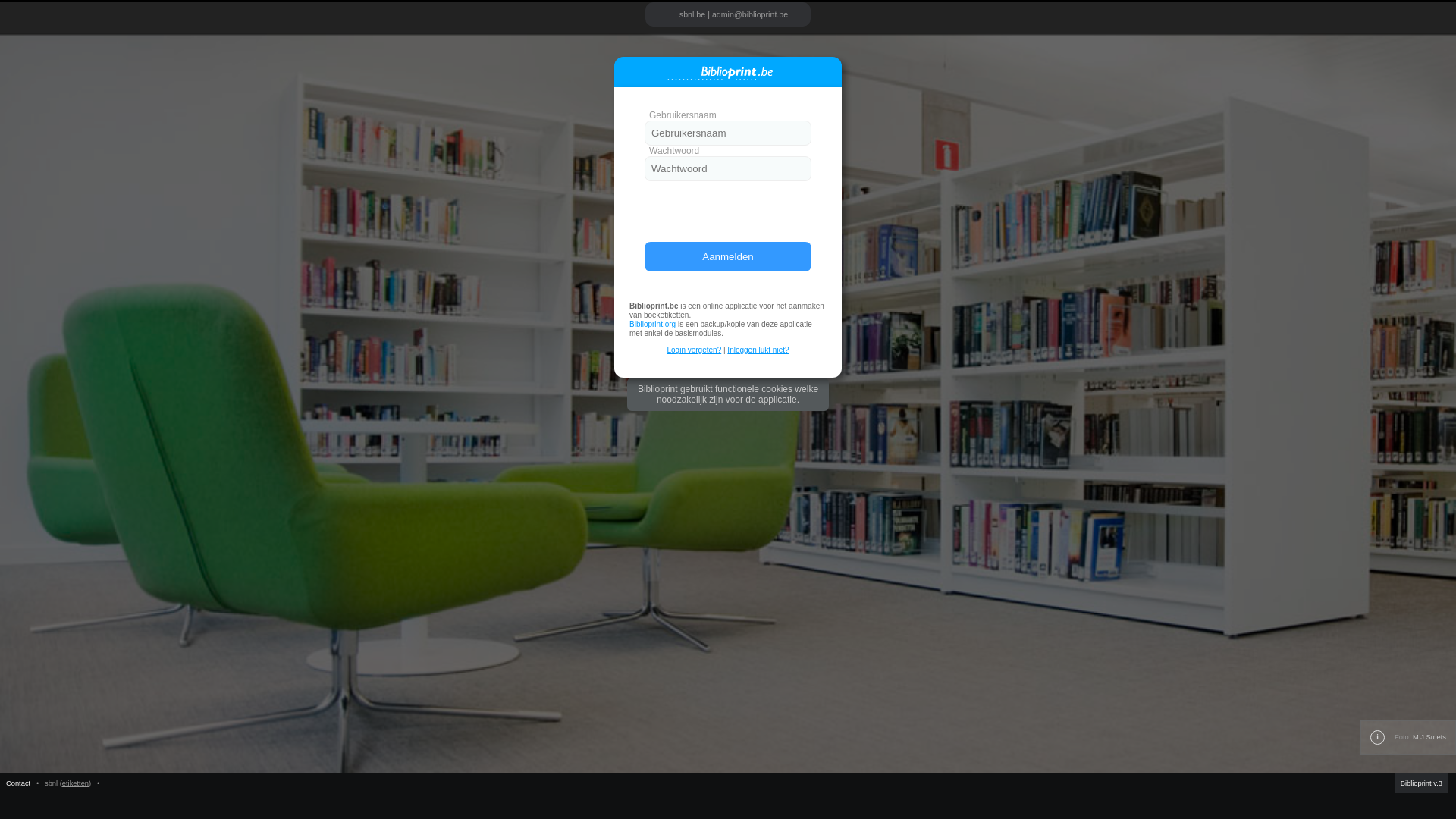 The width and height of the screenshot is (1456, 819). I want to click on 'sbnl.be', so click(691, 14).